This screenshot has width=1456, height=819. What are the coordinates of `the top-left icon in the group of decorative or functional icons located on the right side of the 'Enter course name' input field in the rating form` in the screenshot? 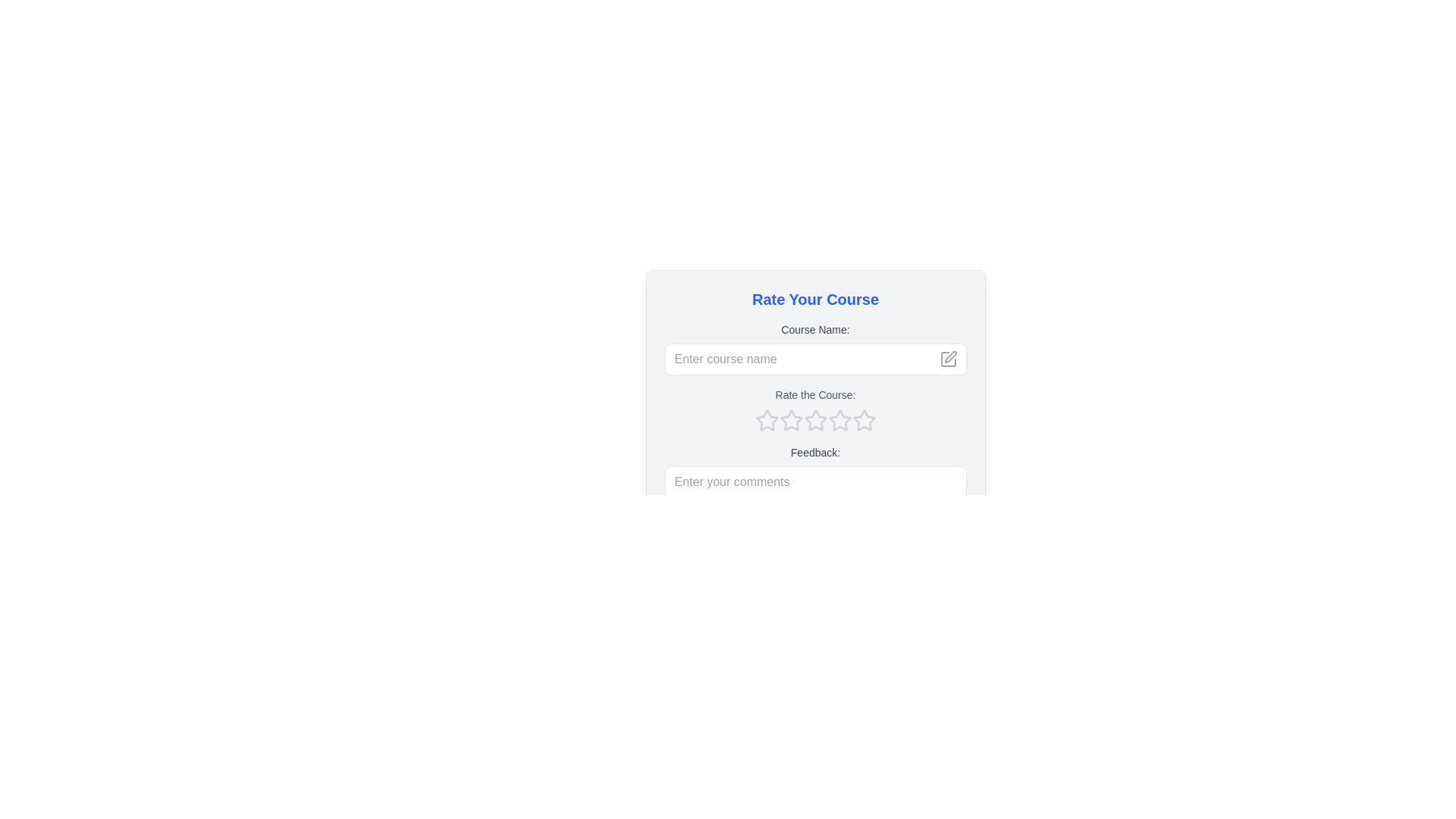 It's located at (947, 359).